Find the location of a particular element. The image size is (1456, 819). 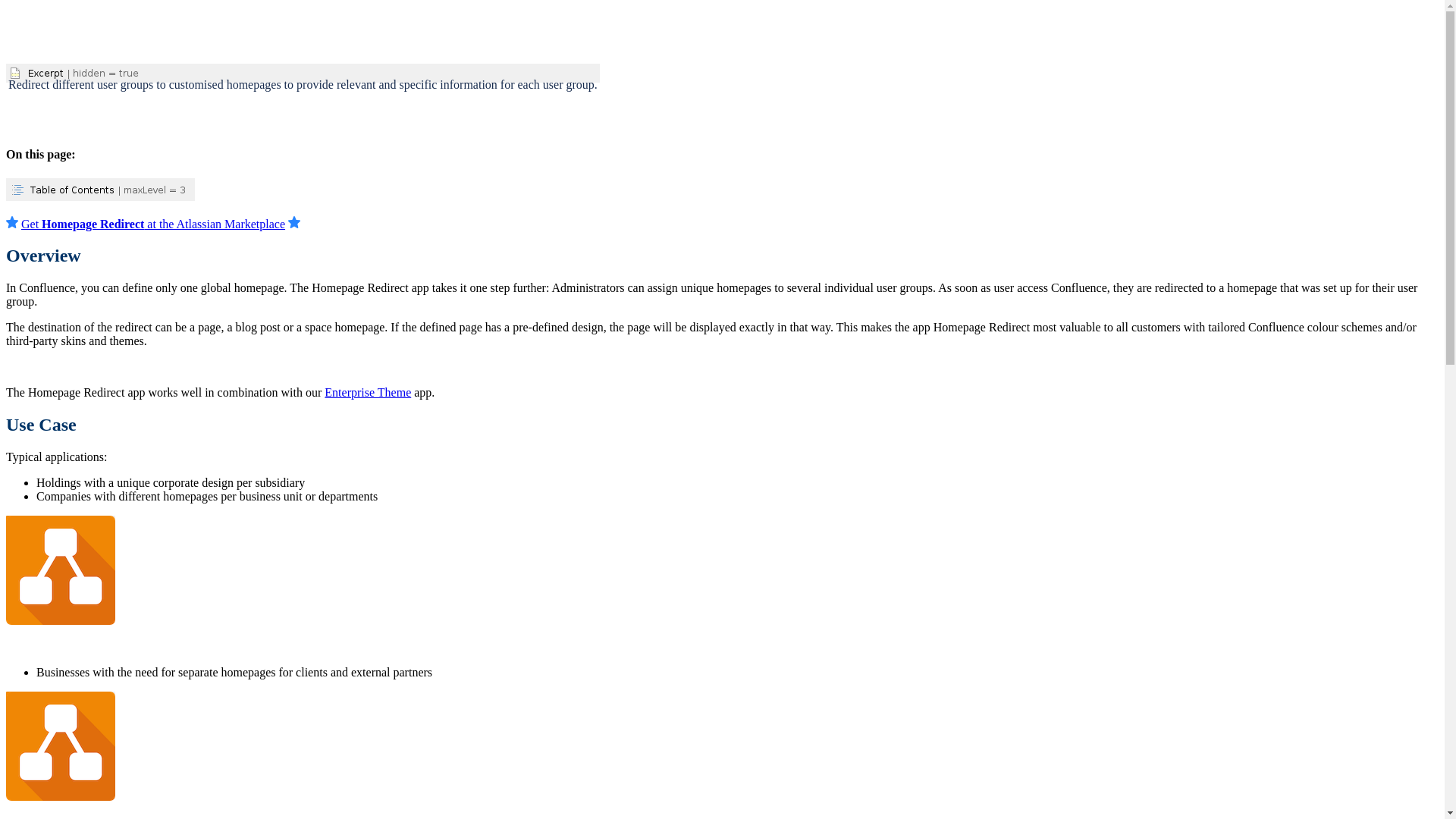

'Get Homepage Redirect at the Atlassian Marketplace' is located at coordinates (152, 224).